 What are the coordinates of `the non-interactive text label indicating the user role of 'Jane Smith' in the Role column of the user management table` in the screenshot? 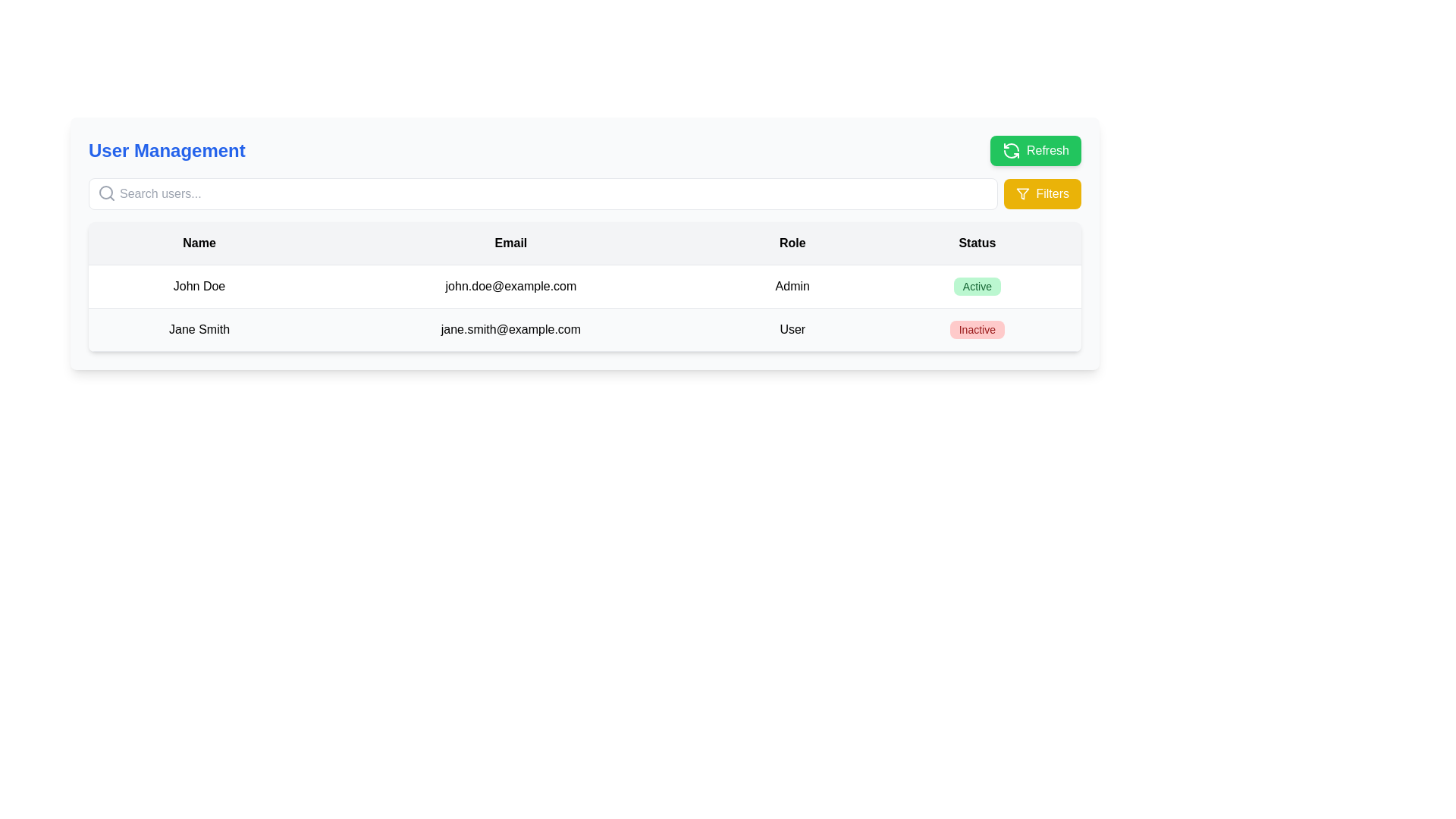 It's located at (792, 329).